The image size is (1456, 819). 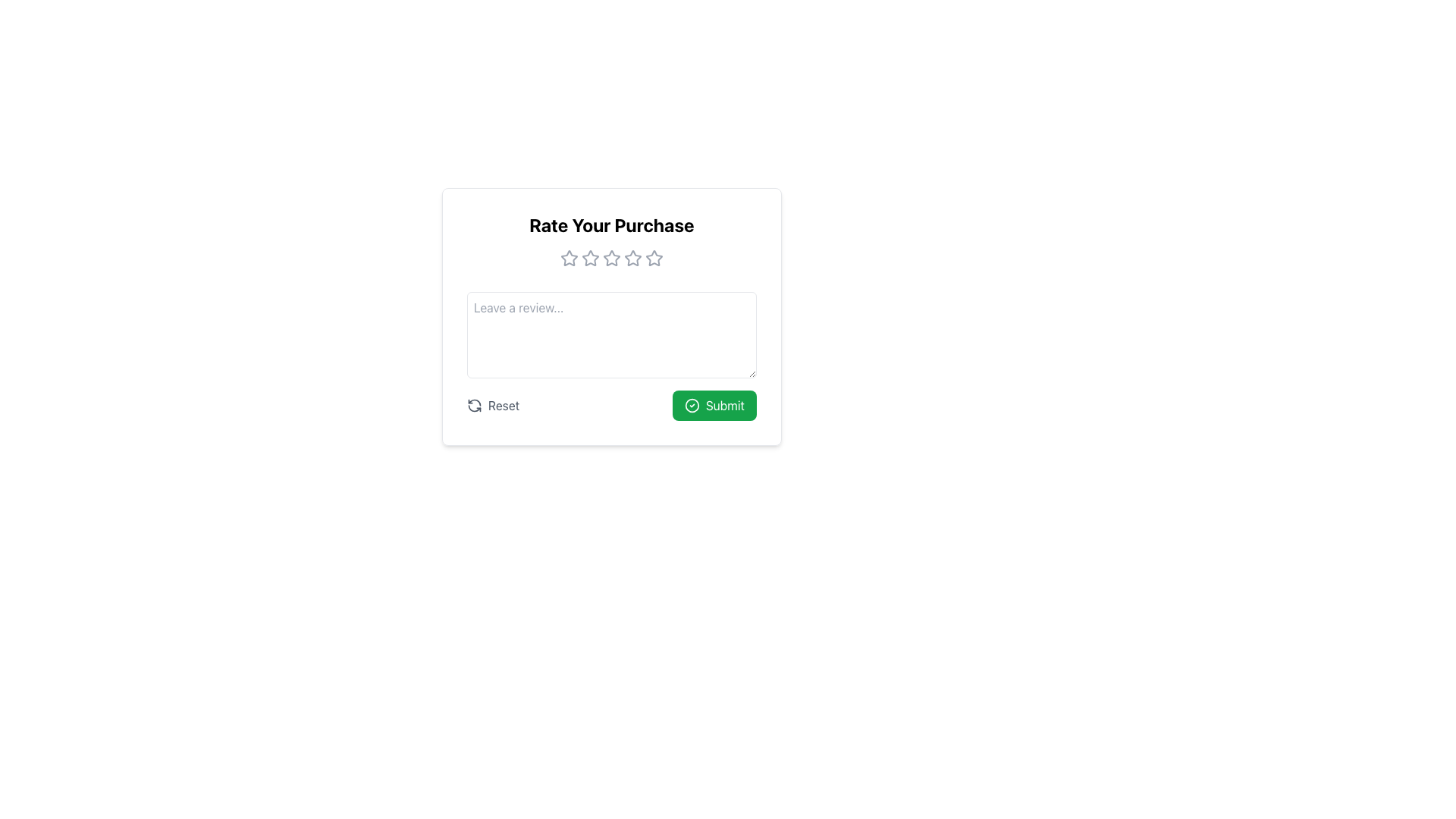 What do you see at coordinates (611, 257) in the screenshot?
I see `the third star icon in the rating component` at bounding box center [611, 257].